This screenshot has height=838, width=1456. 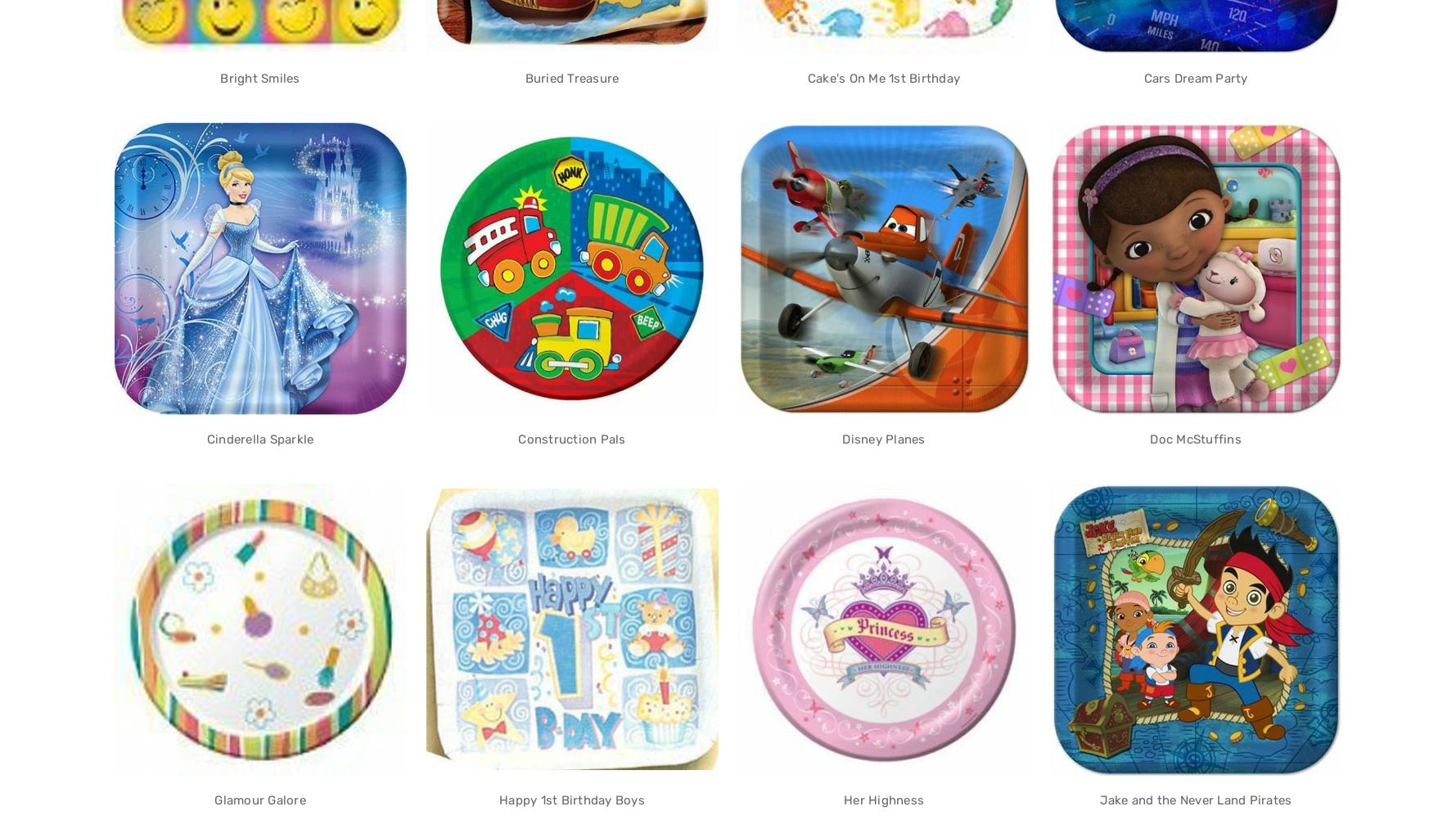 What do you see at coordinates (883, 799) in the screenshot?
I see `'Her Highness'` at bounding box center [883, 799].